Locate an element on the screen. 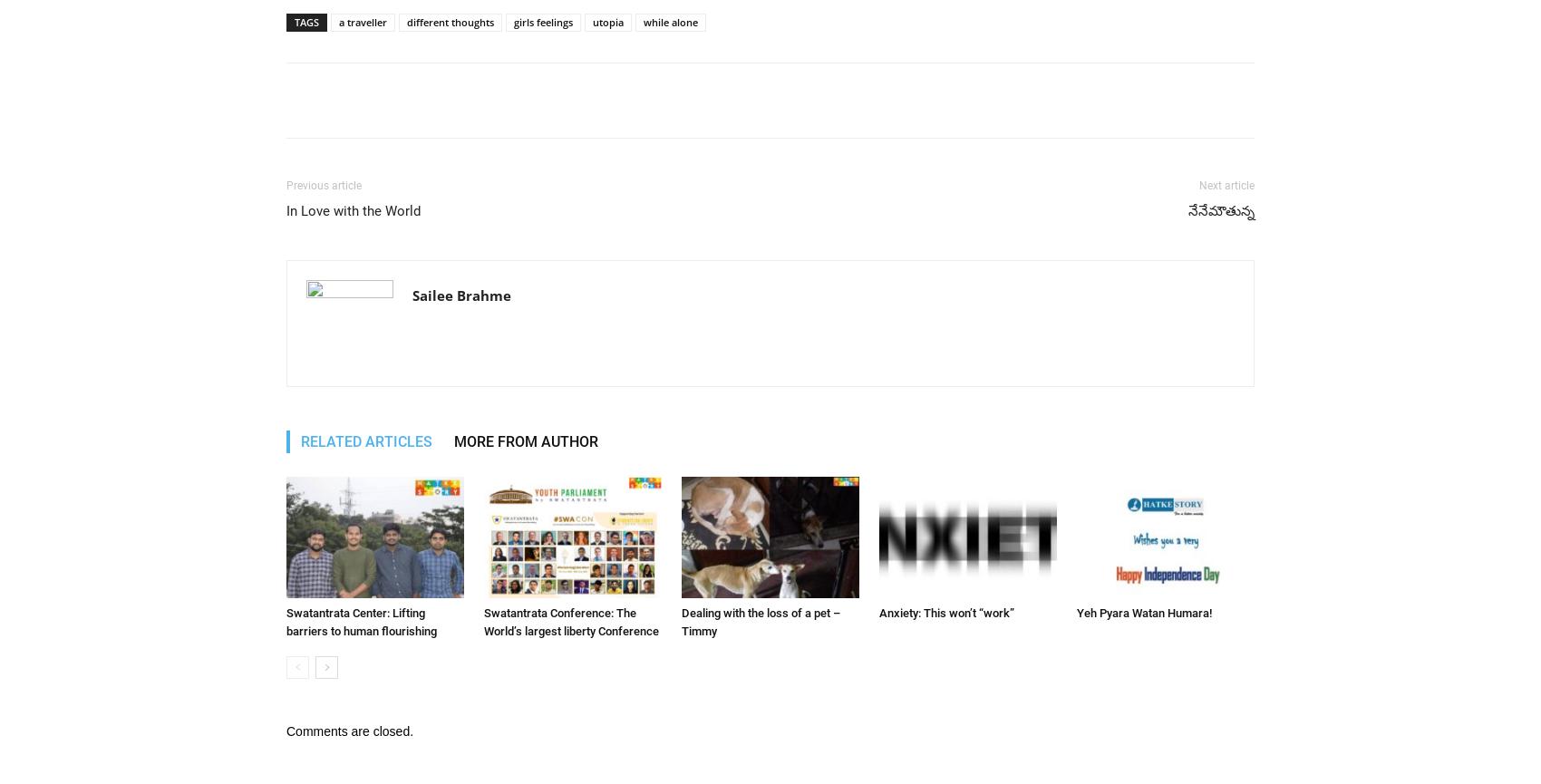  'MORE FROM AUTHOR' is located at coordinates (525, 440).